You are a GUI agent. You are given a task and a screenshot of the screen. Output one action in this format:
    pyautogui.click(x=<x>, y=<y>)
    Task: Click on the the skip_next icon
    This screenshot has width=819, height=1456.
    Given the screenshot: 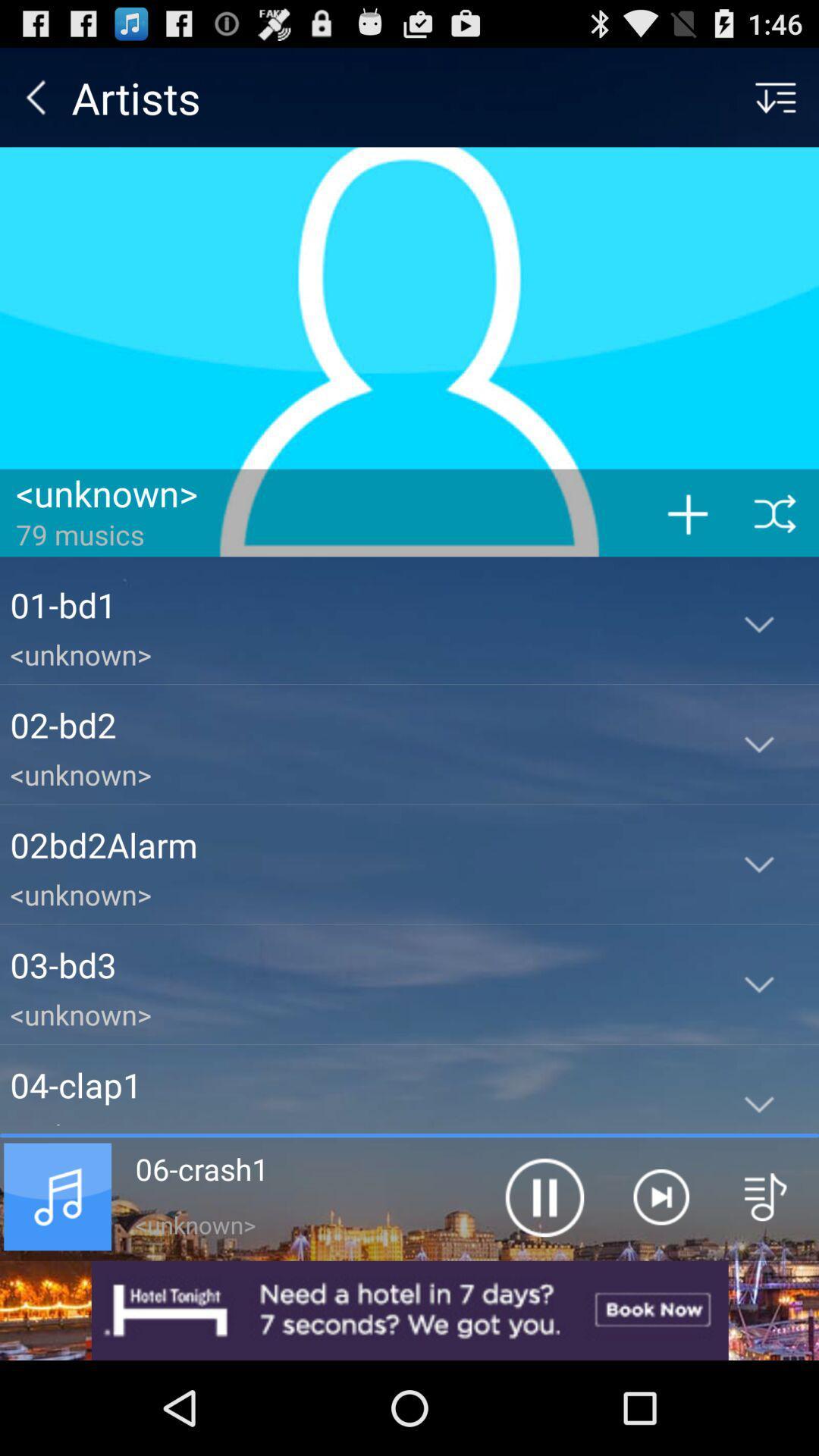 What is the action you would take?
    pyautogui.click(x=660, y=1280)
    